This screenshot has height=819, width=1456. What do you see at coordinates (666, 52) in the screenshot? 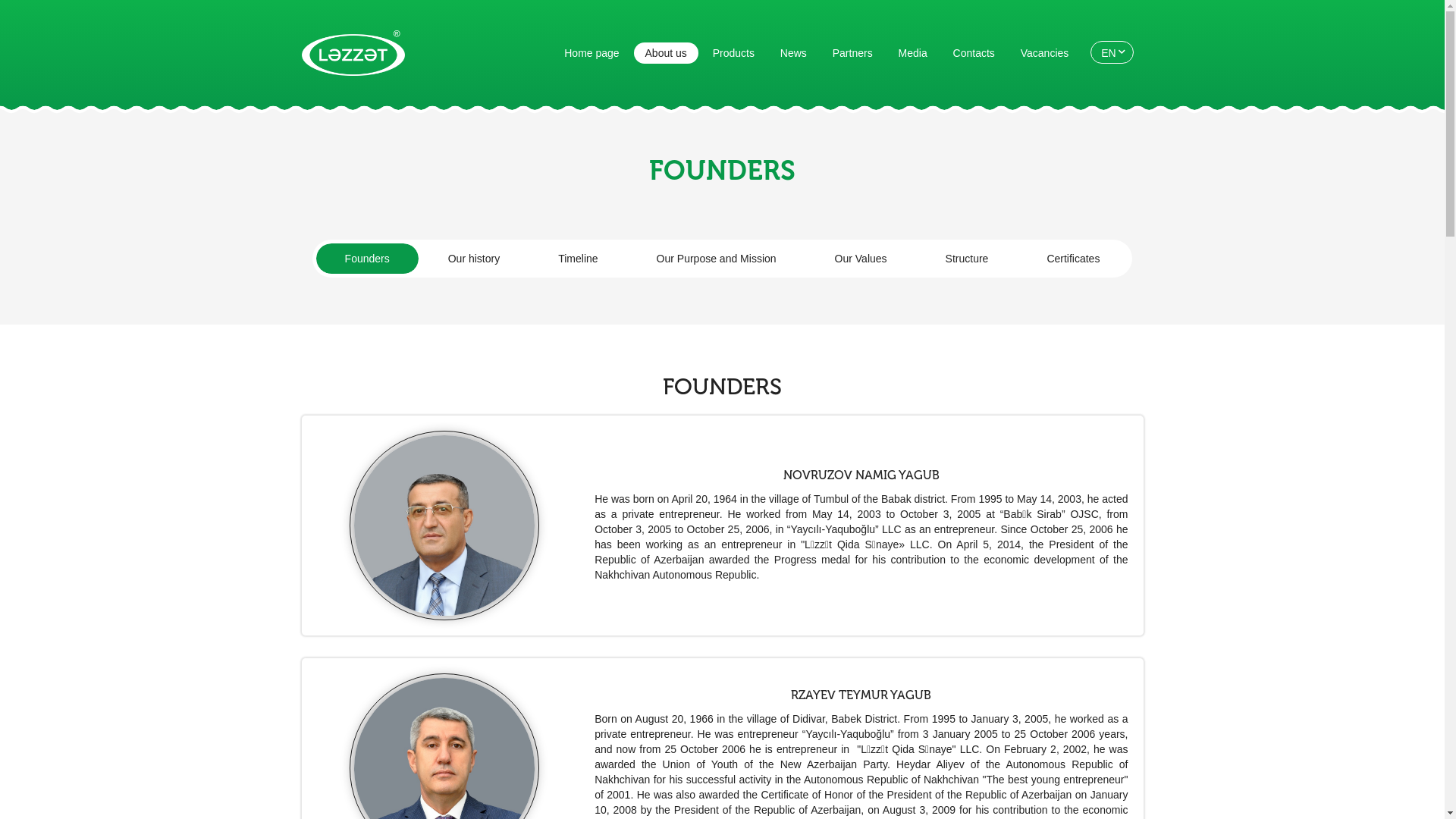
I see `'About us'` at bounding box center [666, 52].